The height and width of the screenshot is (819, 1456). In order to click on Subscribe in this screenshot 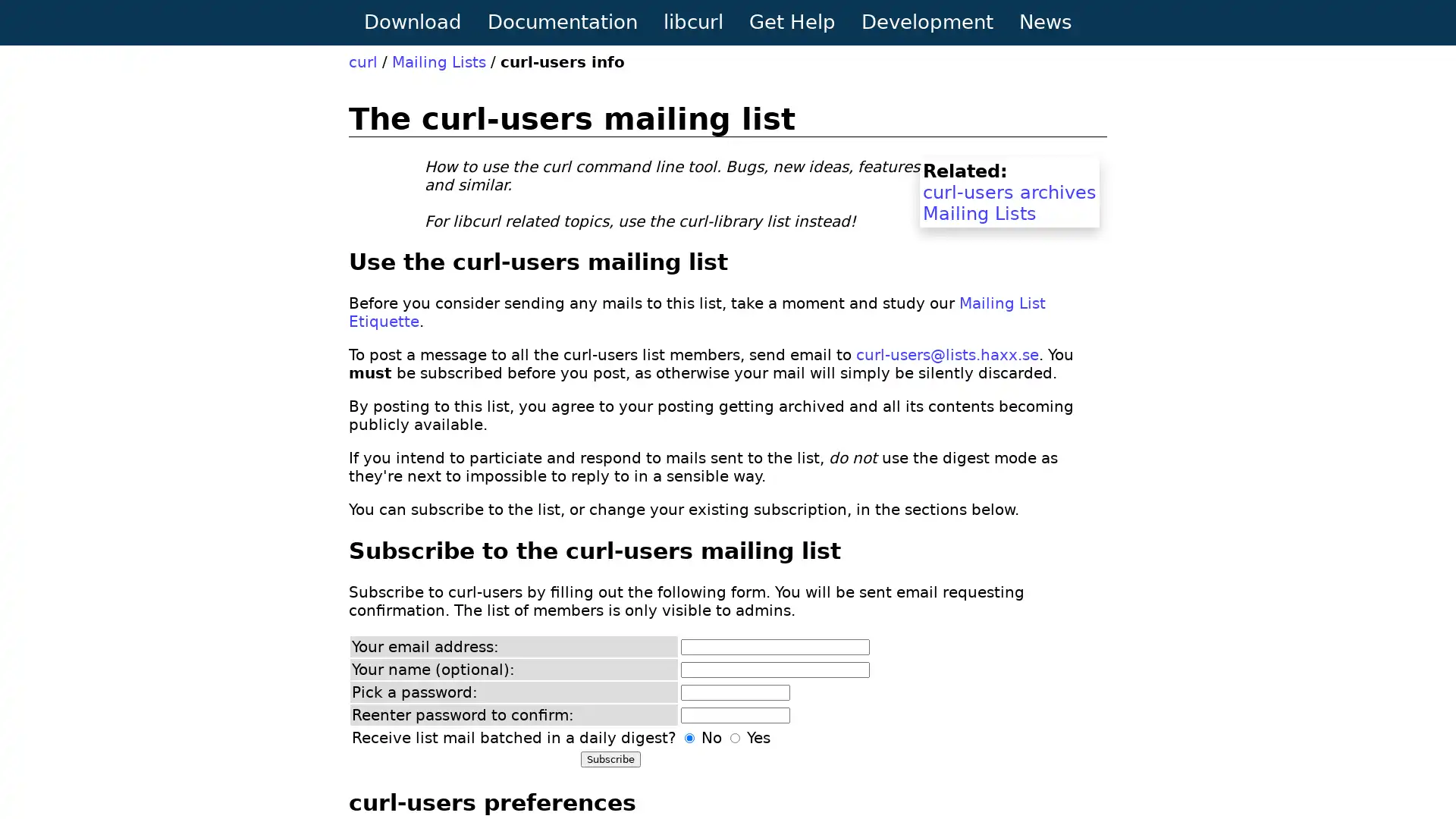, I will do `click(610, 759)`.